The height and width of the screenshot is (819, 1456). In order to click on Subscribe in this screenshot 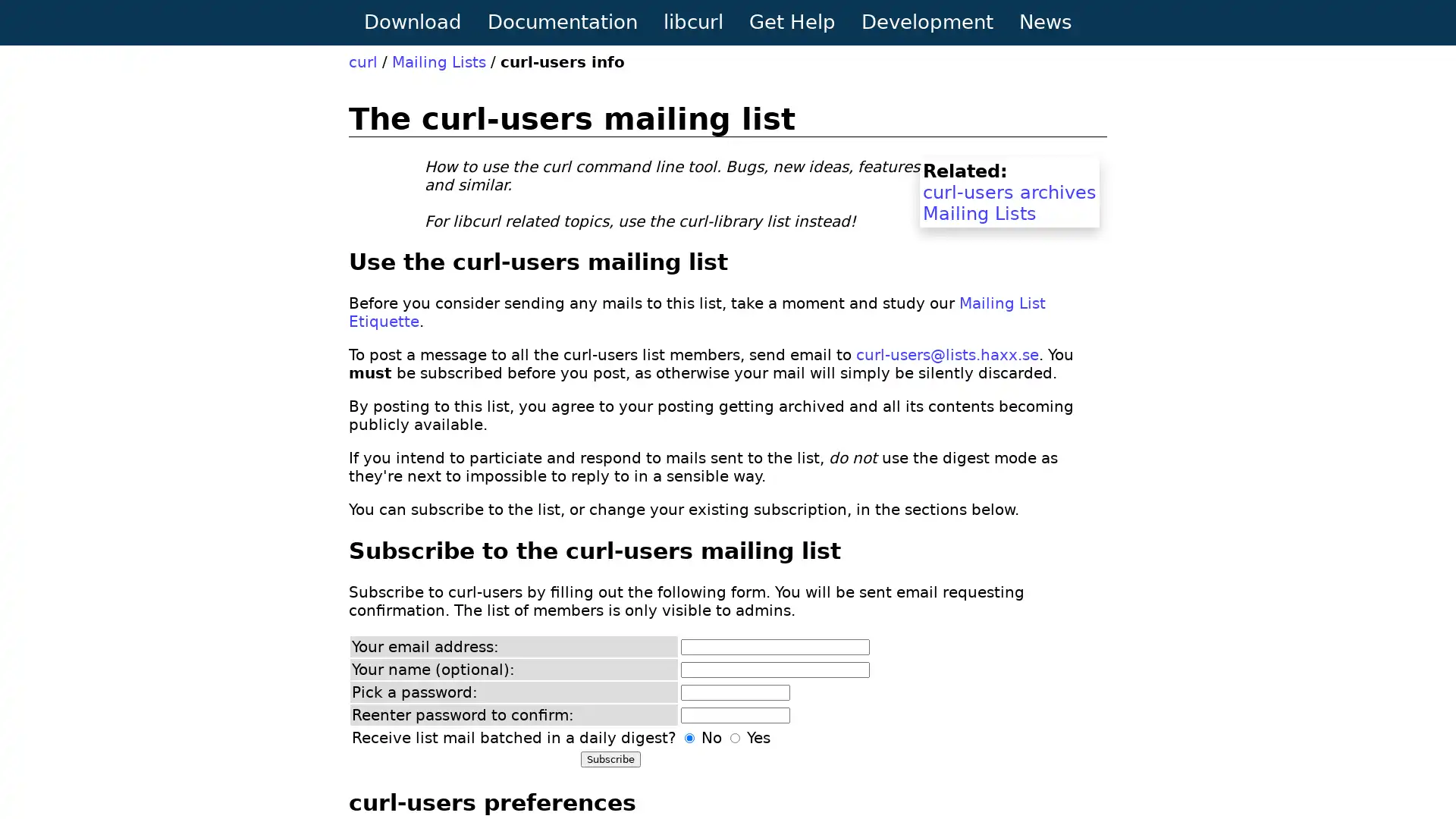, I will do `click(610, 759)`.